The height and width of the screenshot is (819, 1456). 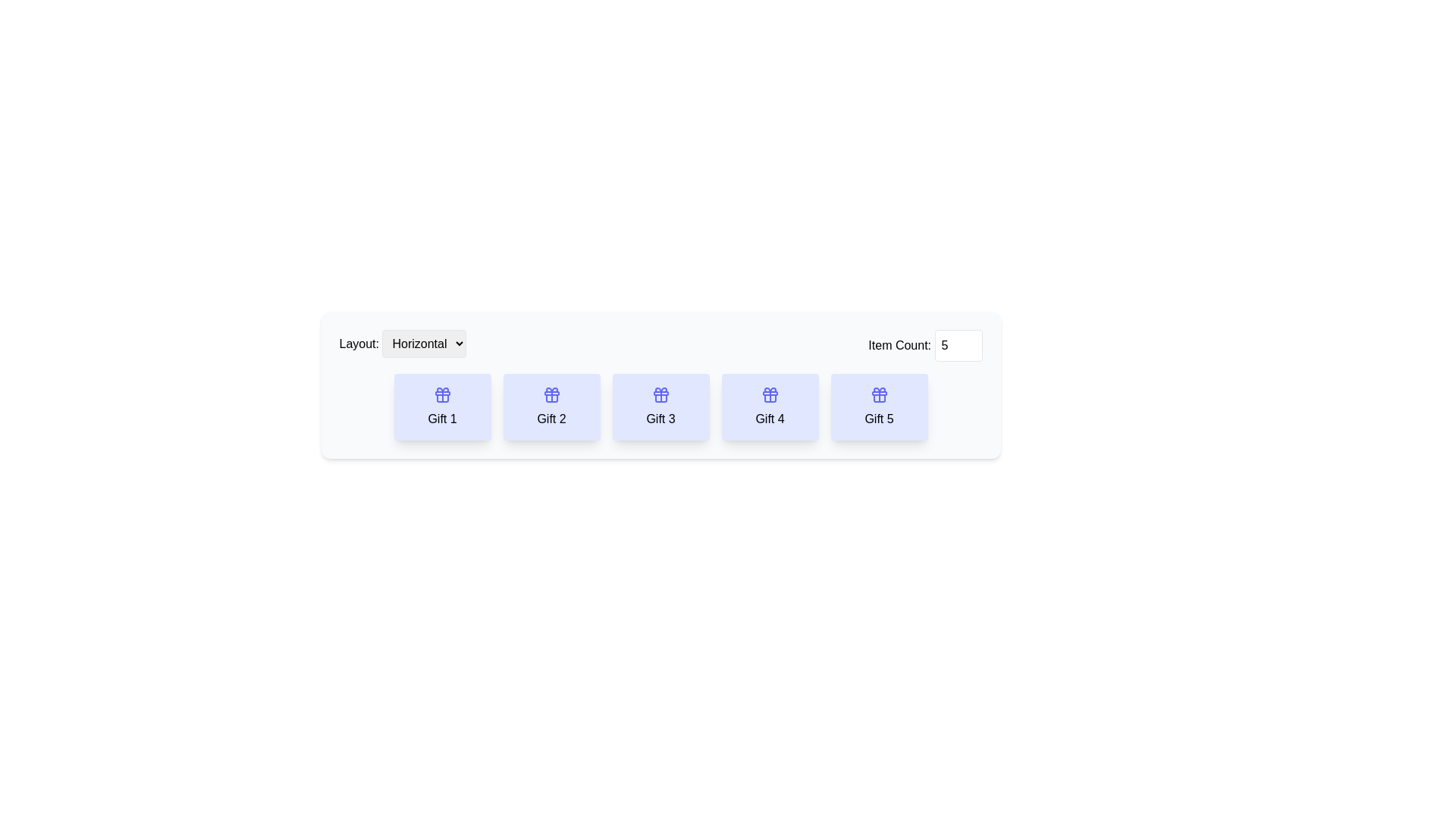 I want to click on the 'Gift 4' Card/Tile, so click(x=770, y=406).